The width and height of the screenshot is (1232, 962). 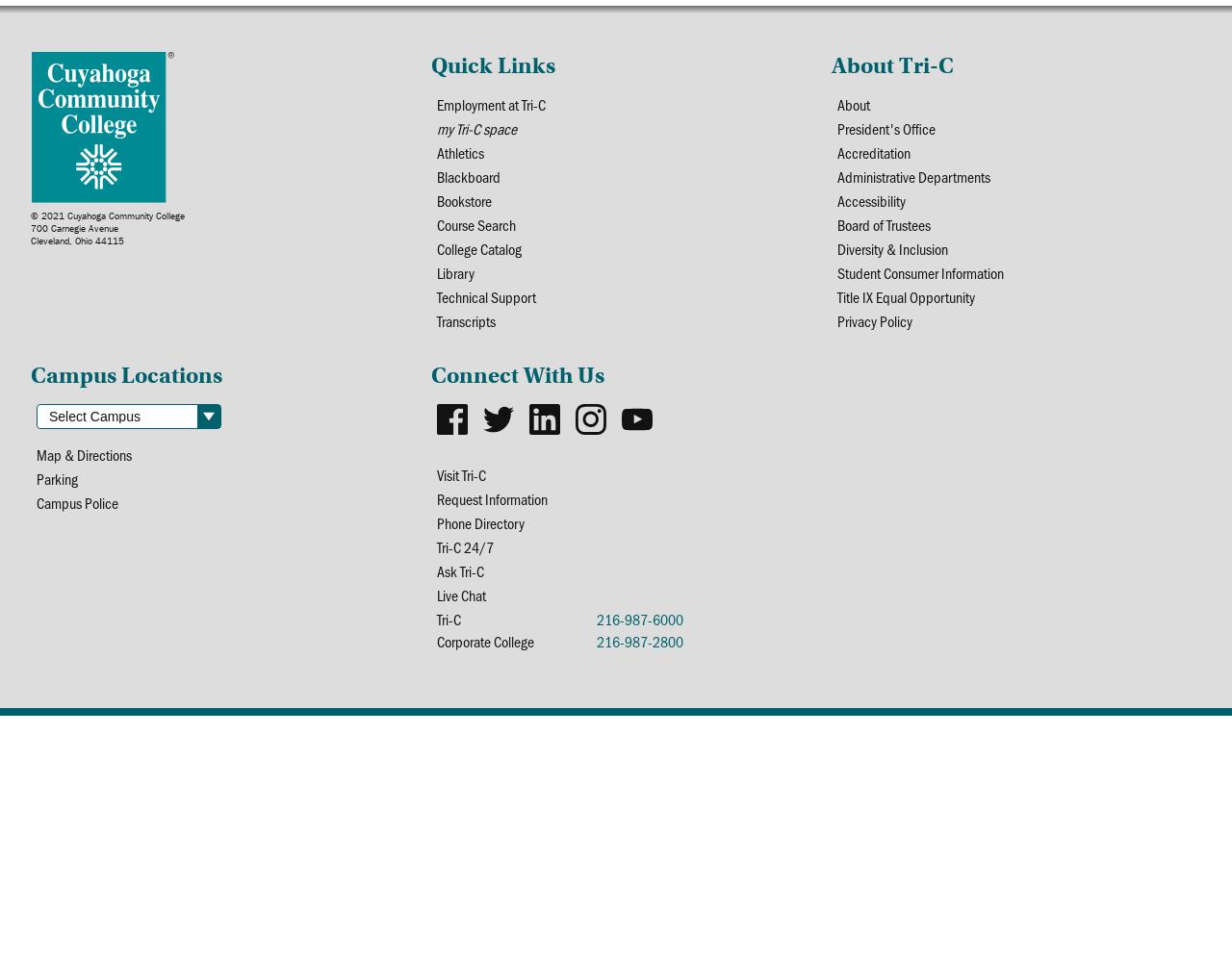 I want to click on 'Request Information', so click(x=434, y=498).